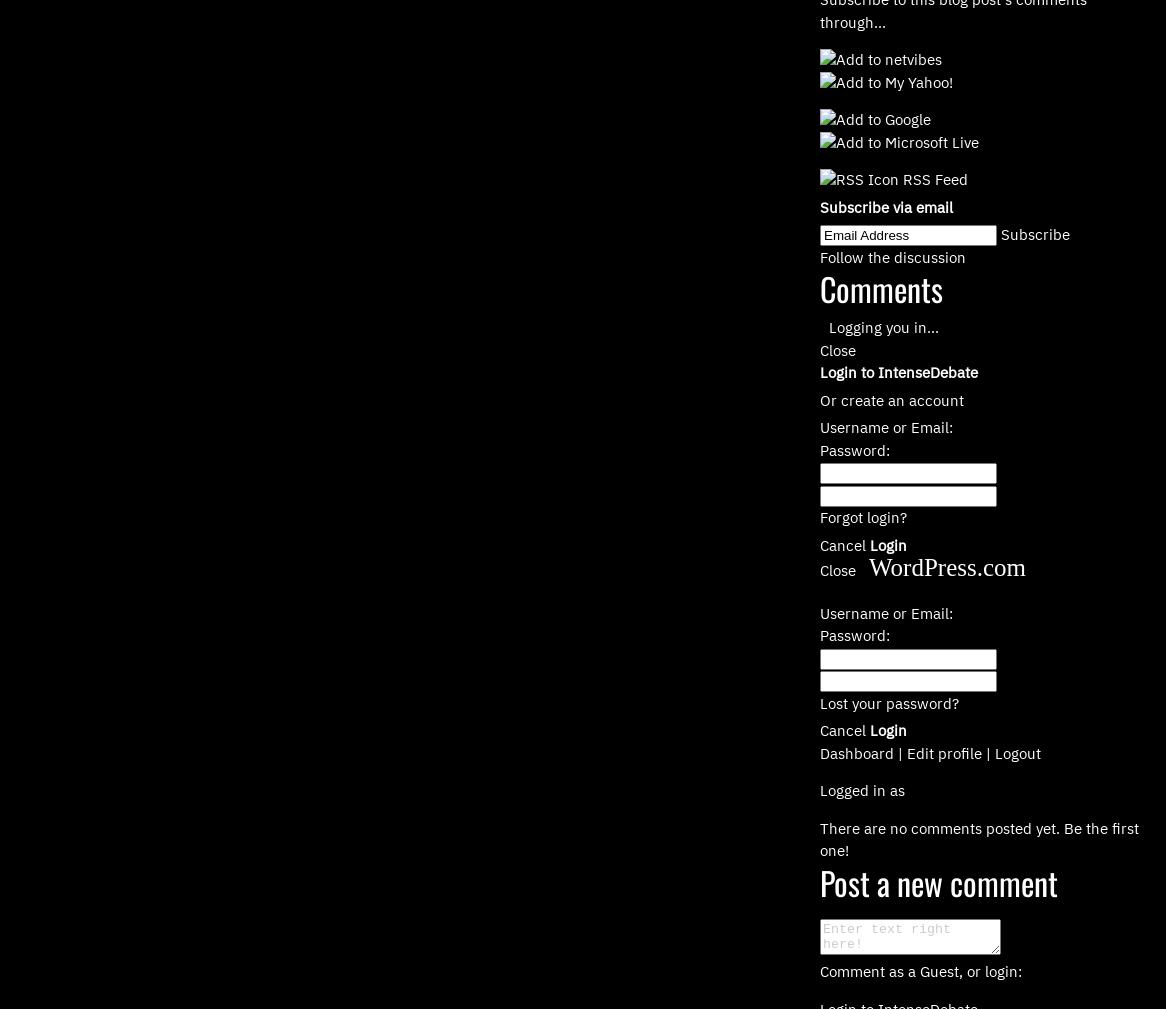 The image size is (1166, 1009). I want to click on 'create an account', so click(901, 398).